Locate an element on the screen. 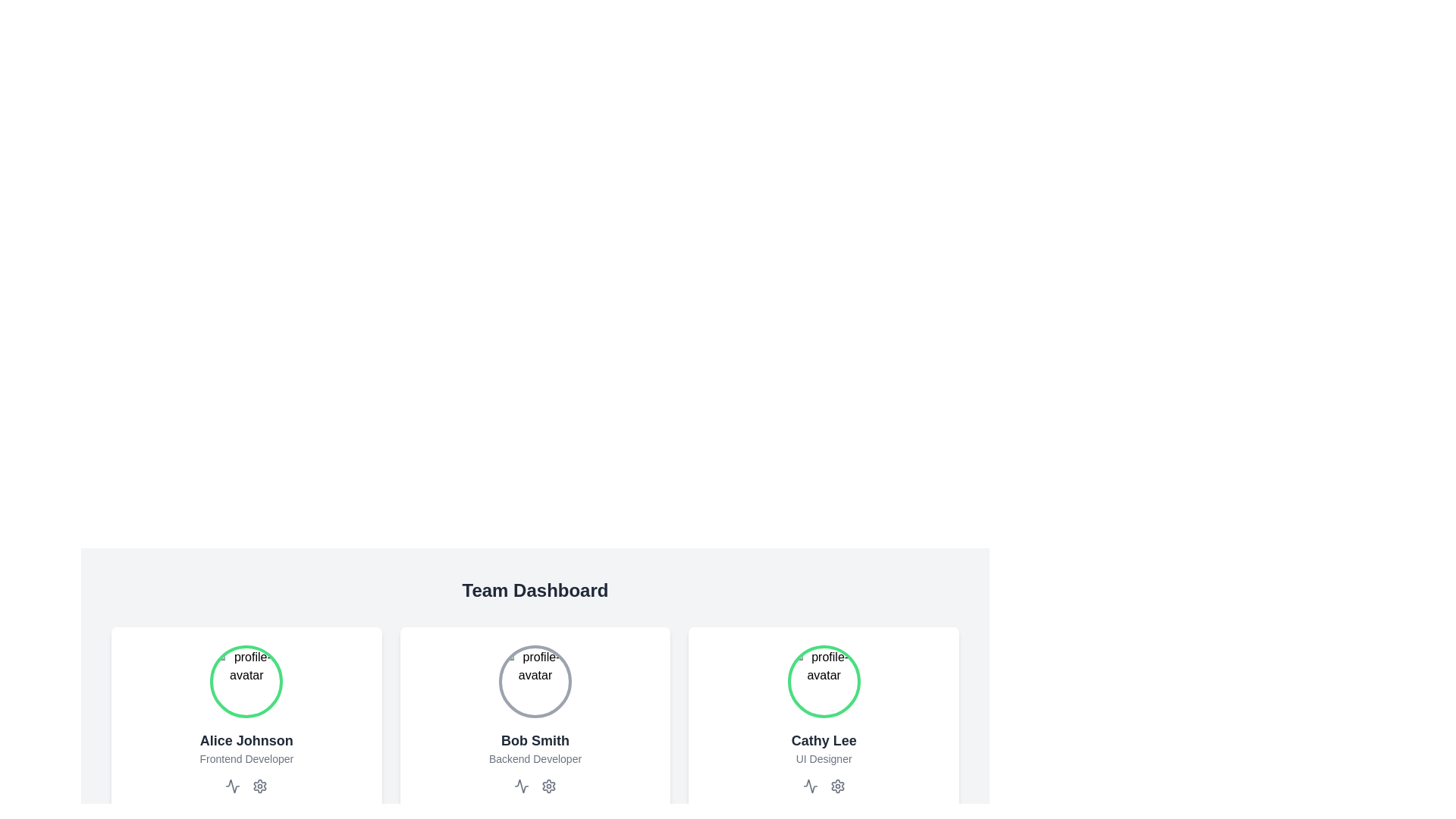  the static text label displaying 'Bob Smith', which is styled with a large, bold, dark gray font and positioned above the text 'Backend Developer' in a centered layout is located at coordinates (535, 739).